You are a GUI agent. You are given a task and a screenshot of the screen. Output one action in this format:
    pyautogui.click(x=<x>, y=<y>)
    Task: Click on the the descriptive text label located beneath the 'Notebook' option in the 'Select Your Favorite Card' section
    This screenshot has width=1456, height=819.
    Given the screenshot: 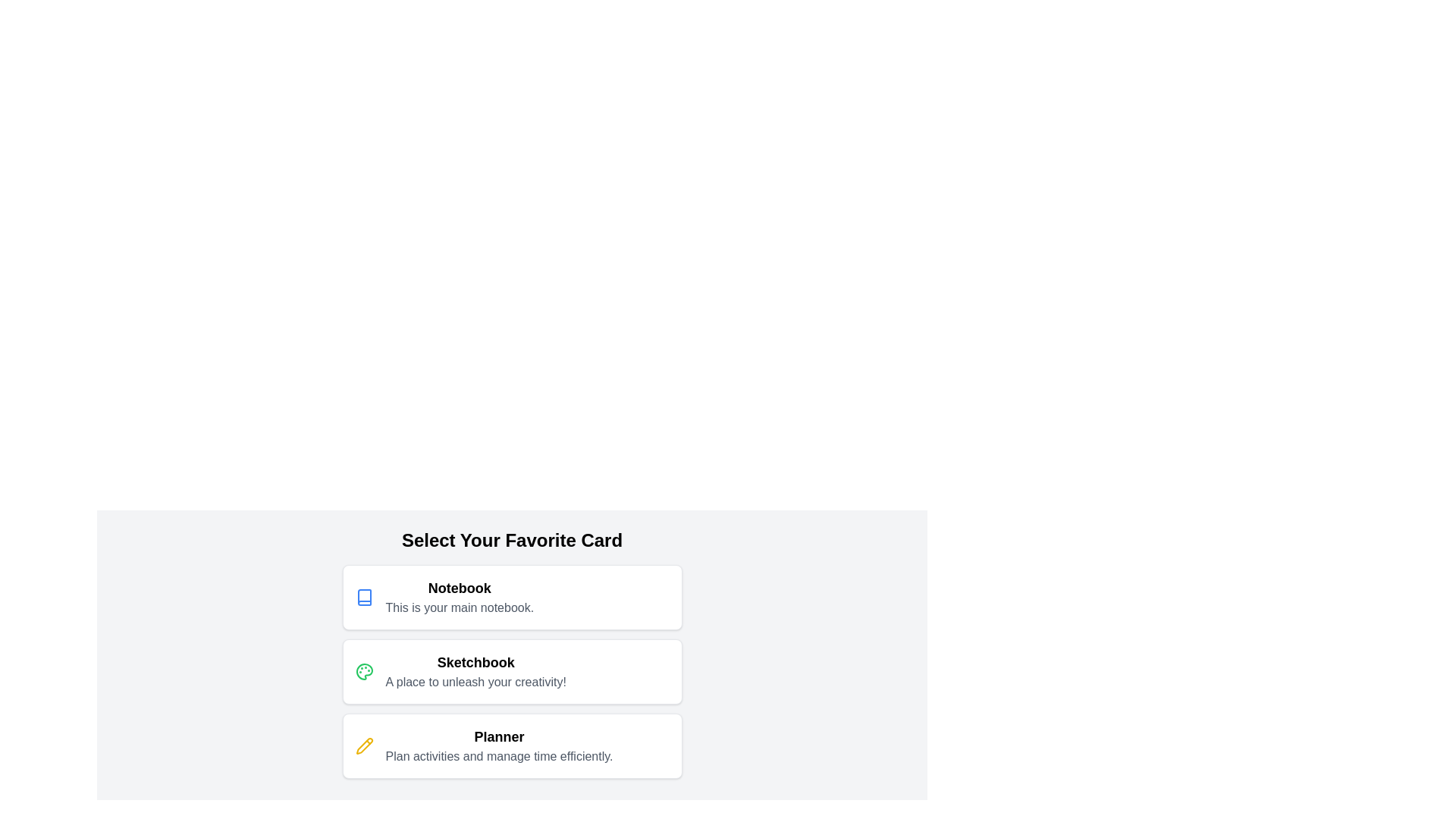 What is the action you would take?
    pyautogui.click(x=459, y=607)
    